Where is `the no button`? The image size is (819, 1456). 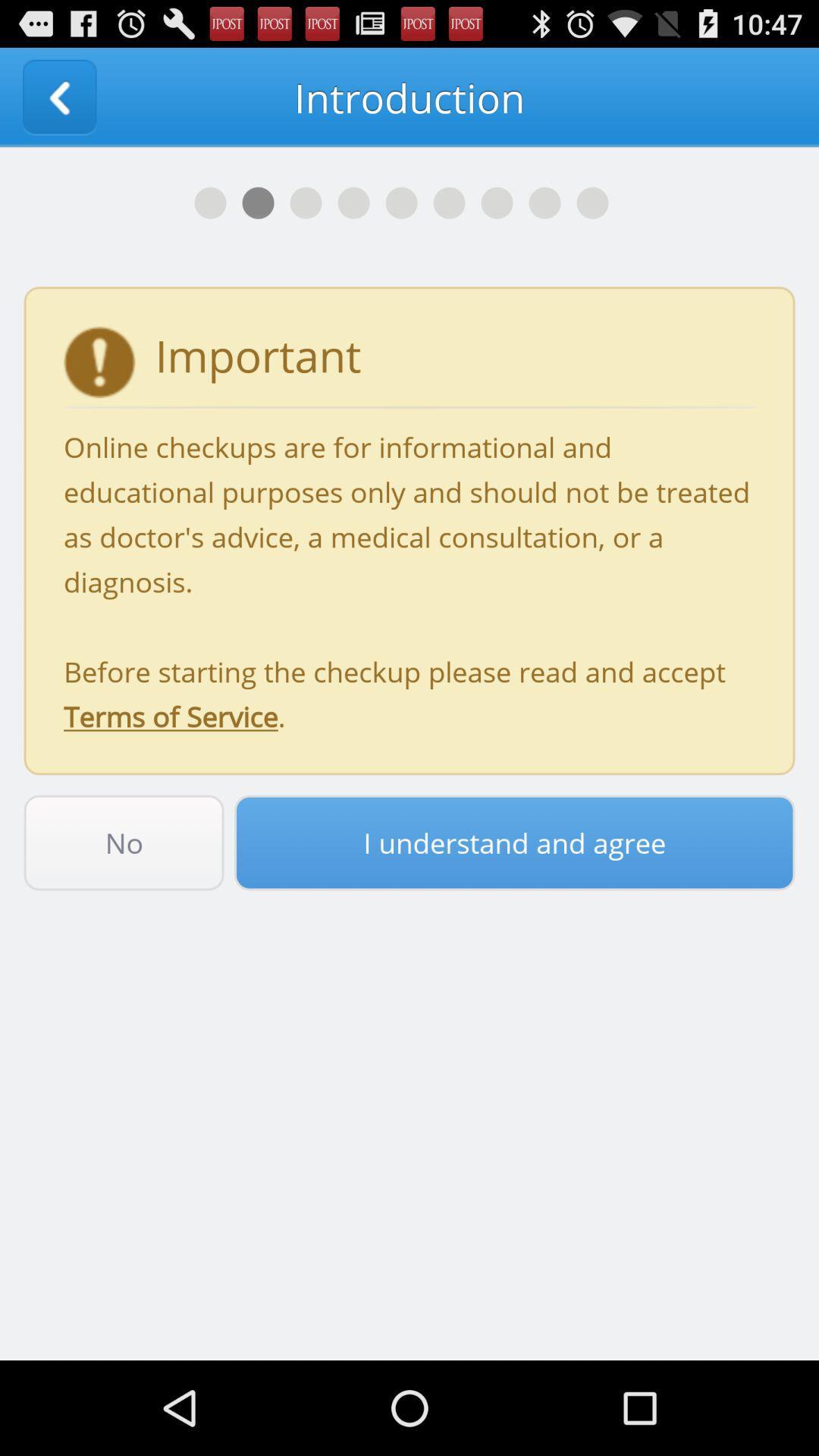 the no button is located at coordinates (123, 842).